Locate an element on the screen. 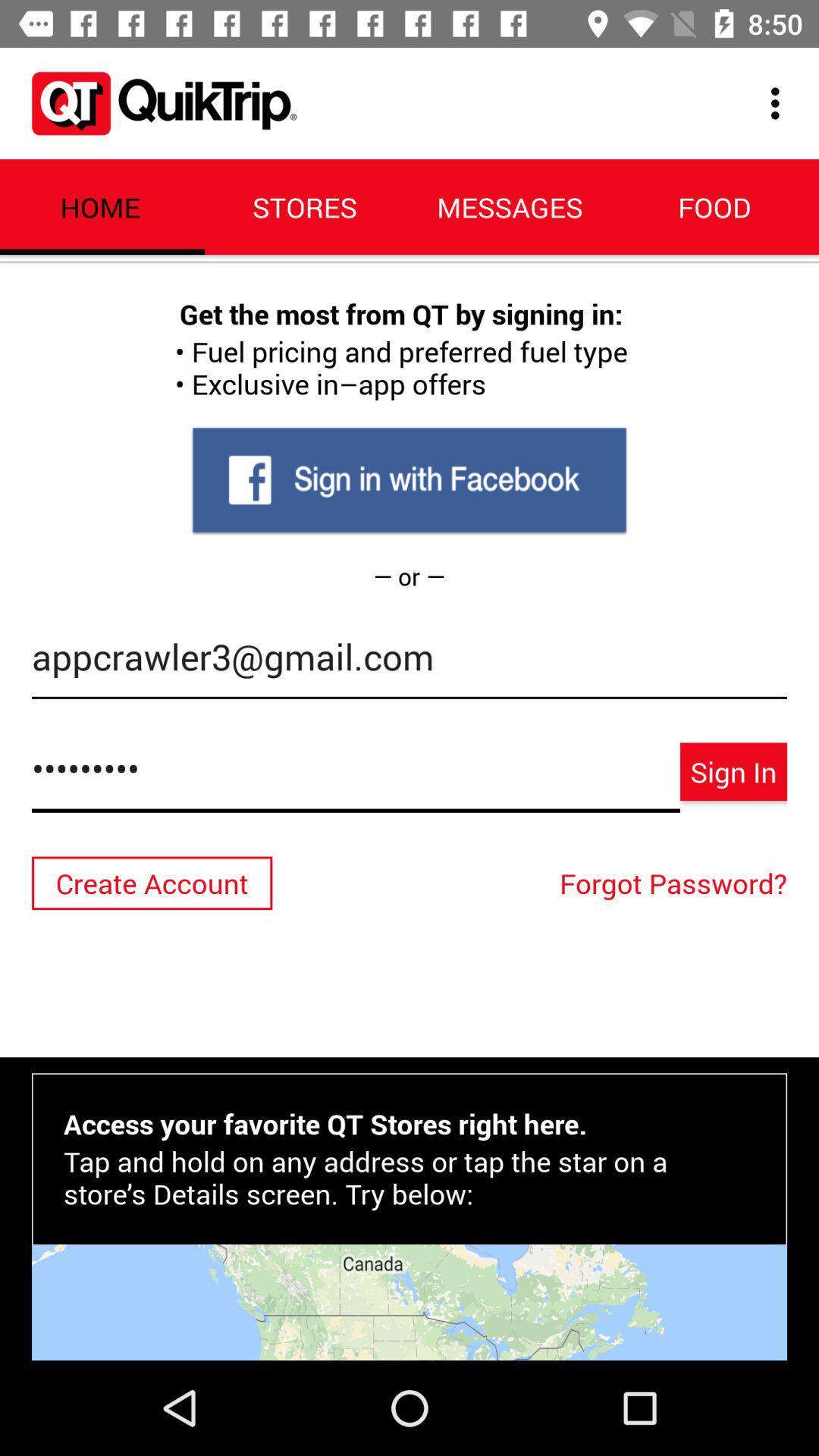  the icon below crowd3116 icon is located at coordinates (676, 883).